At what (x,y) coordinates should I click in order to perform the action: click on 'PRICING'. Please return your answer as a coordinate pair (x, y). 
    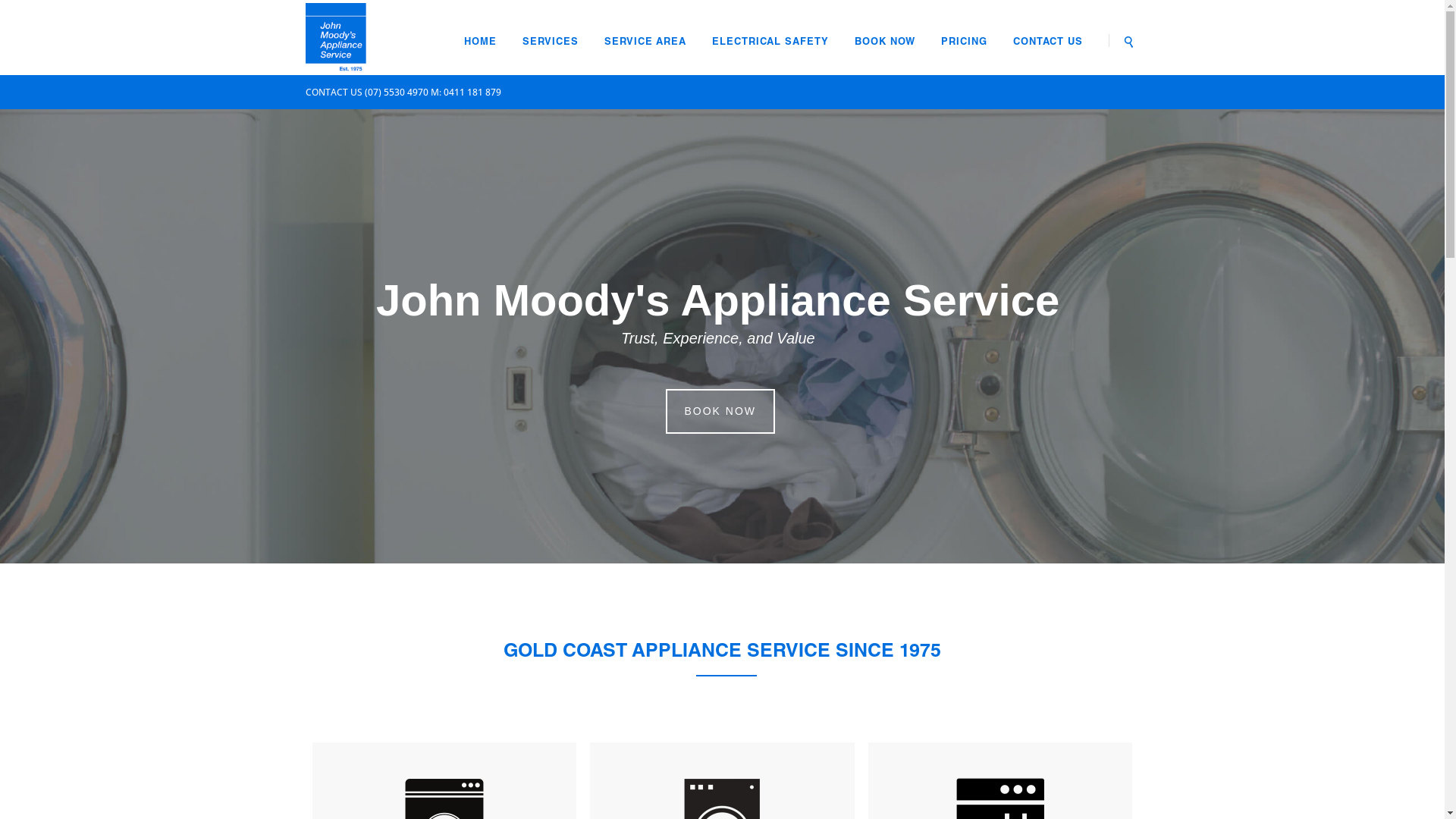
    Looking at the image, I should click on (963, 42).